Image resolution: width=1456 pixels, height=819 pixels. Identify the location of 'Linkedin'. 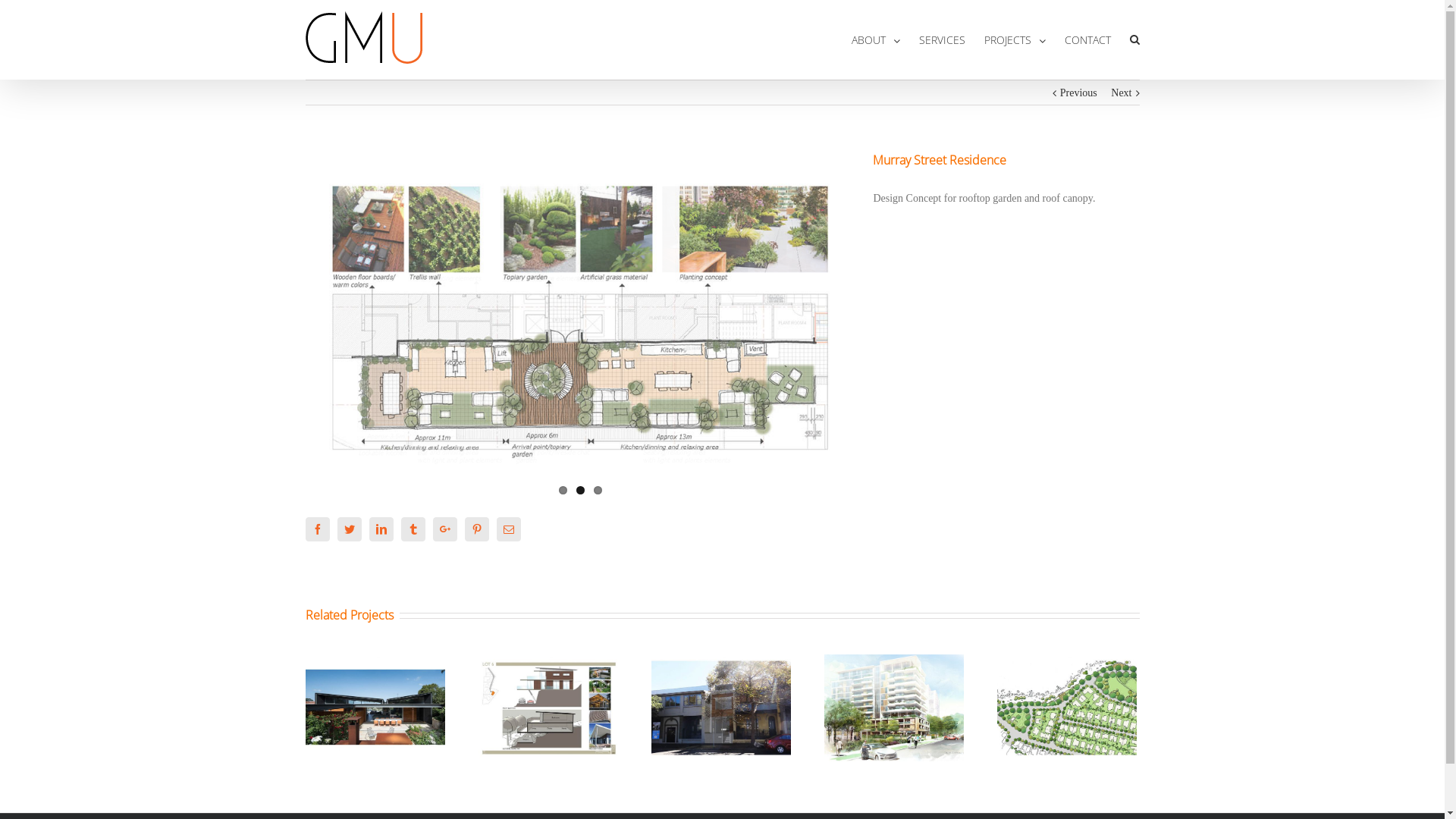
(381, 529).